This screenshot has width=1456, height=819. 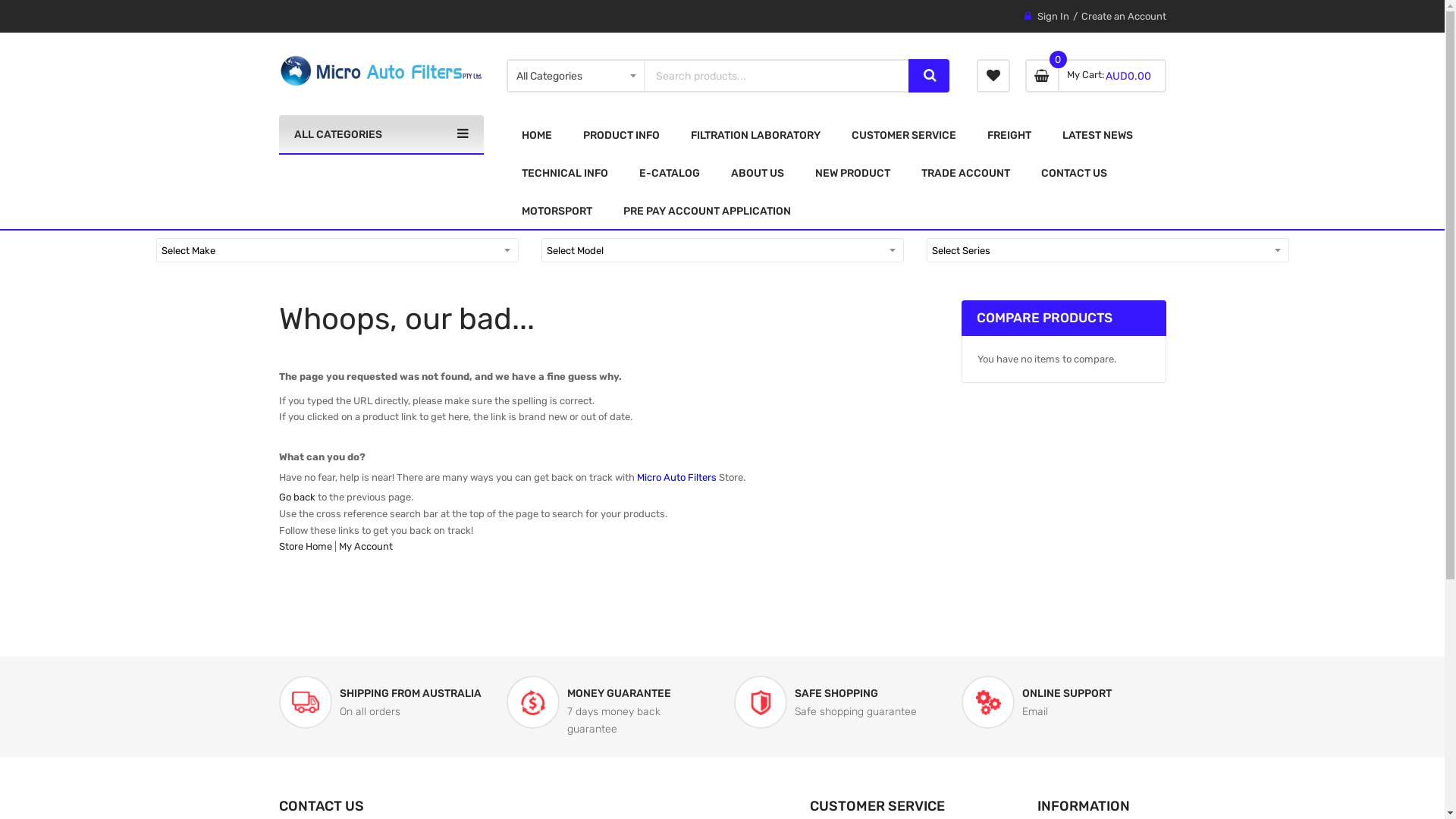 I want to click on 'Micro Auto Filters', so click(x=381, y=71).